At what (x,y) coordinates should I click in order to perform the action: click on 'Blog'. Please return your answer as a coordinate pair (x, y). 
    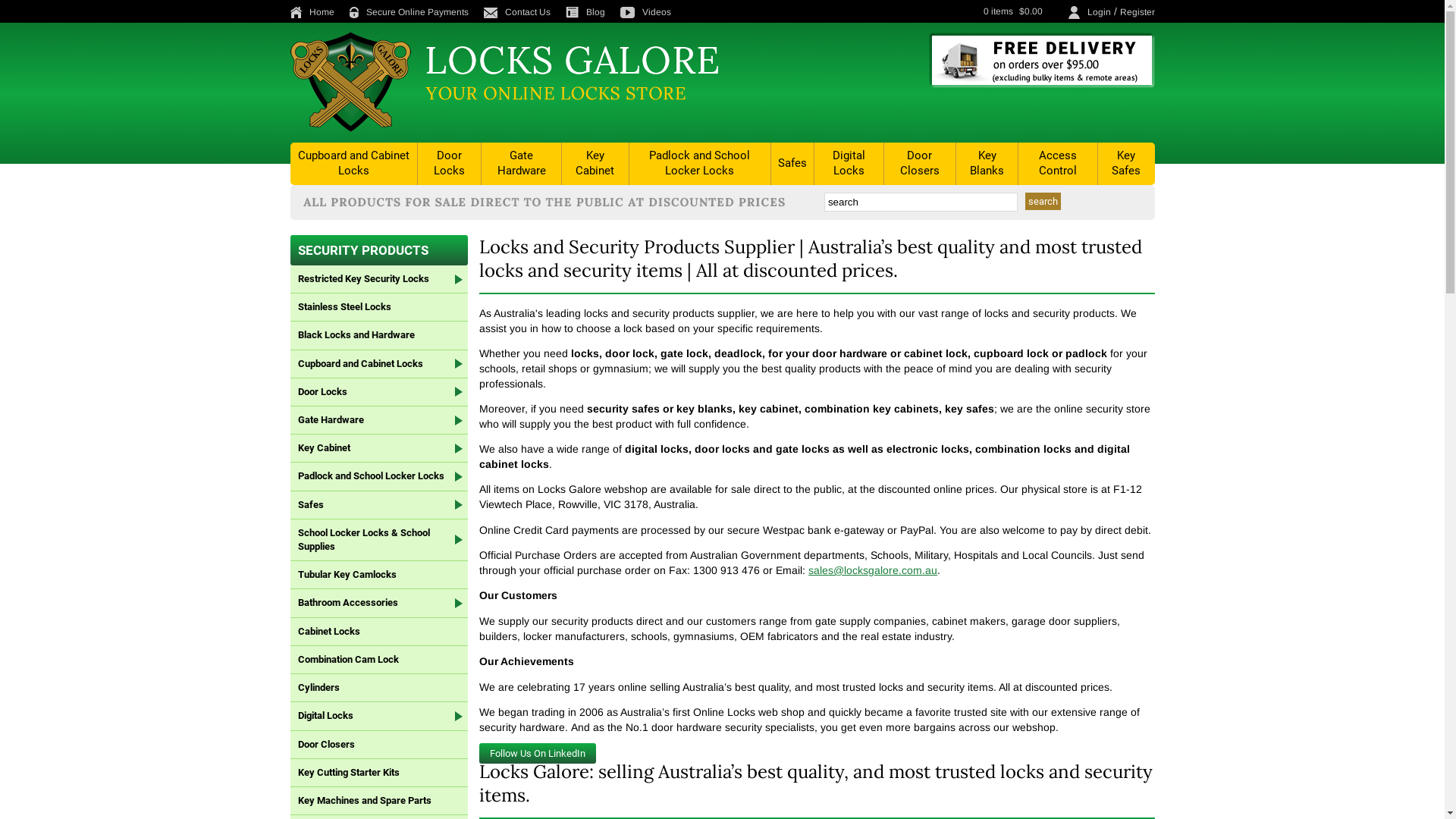
    Looking at the image, I should click on (590, 11).